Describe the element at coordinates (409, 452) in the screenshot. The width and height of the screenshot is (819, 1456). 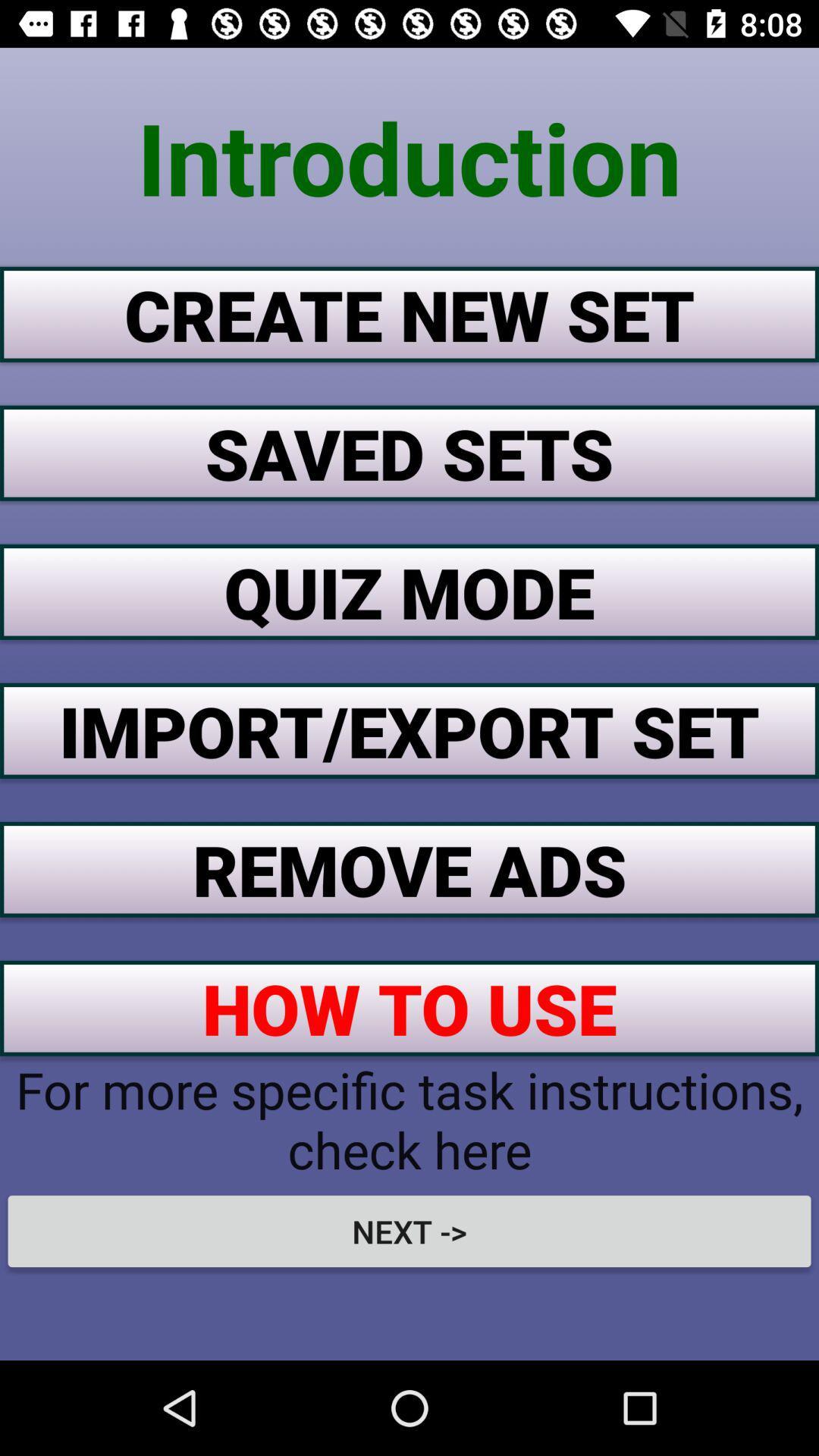
I see `the button below the create new set button` at that location.